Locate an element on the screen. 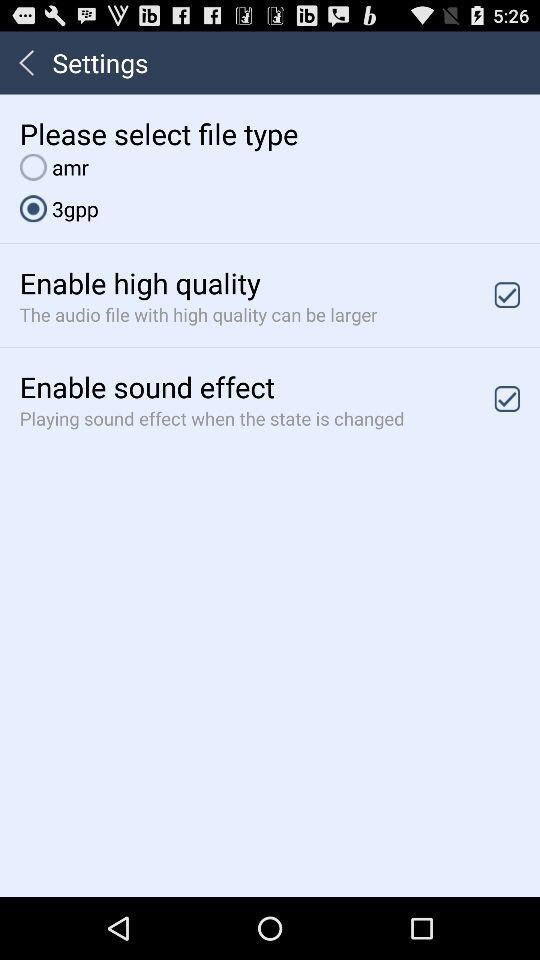 This screenshot has width=540, height=960. the button which says 3gpp is located at coordinates (59, 208).